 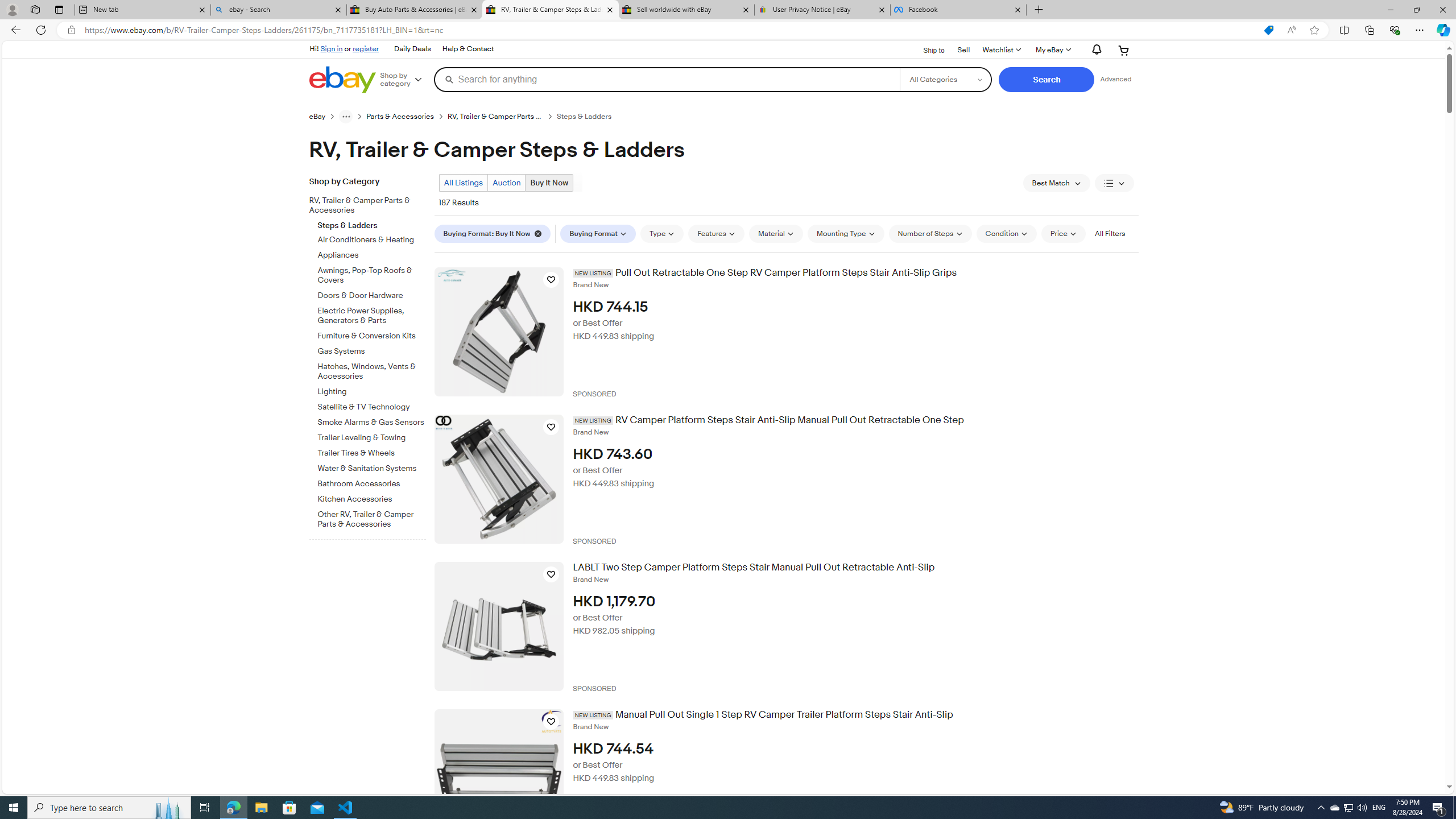 I want to click on 'Buying Format: Buy It Now - Remove Filter', so click(x=492, y=233).